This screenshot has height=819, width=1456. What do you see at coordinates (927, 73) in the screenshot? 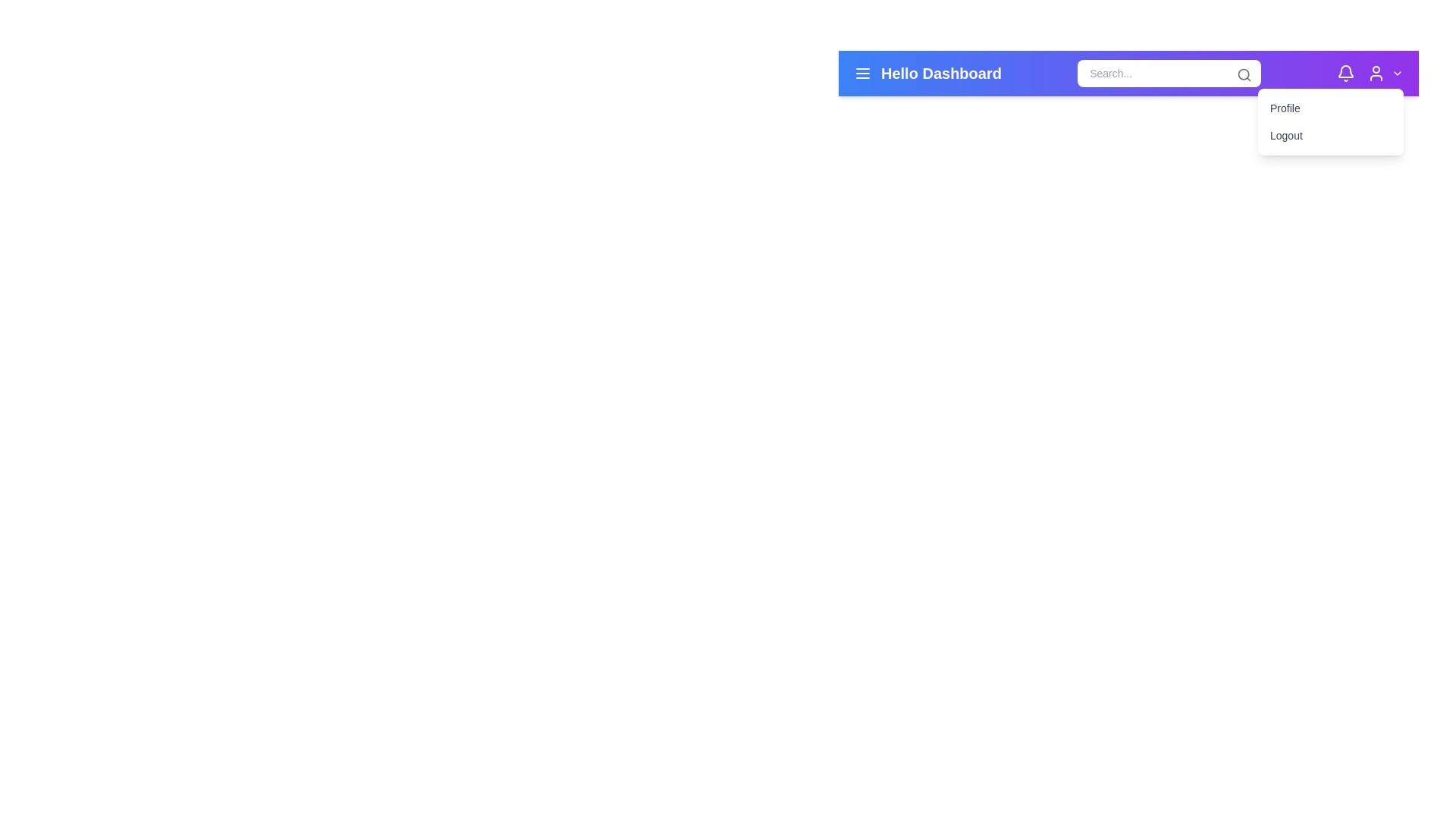
I see `the static text label, which serves as a header or greeting label on the navigation bar, positioned next to the menu icon` at bounding box center [927, 73].